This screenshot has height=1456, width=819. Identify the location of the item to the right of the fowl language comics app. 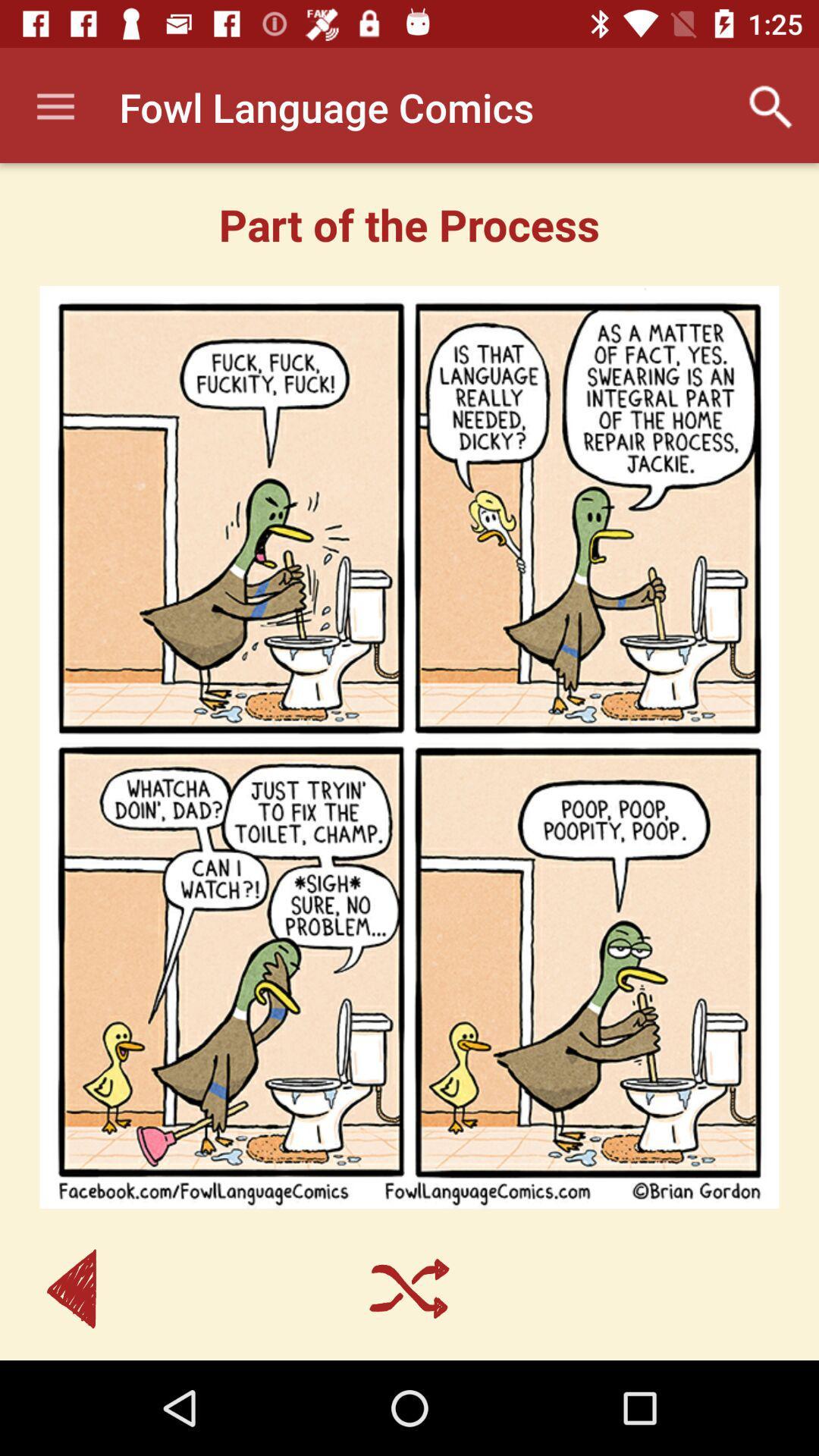
(771, 106).